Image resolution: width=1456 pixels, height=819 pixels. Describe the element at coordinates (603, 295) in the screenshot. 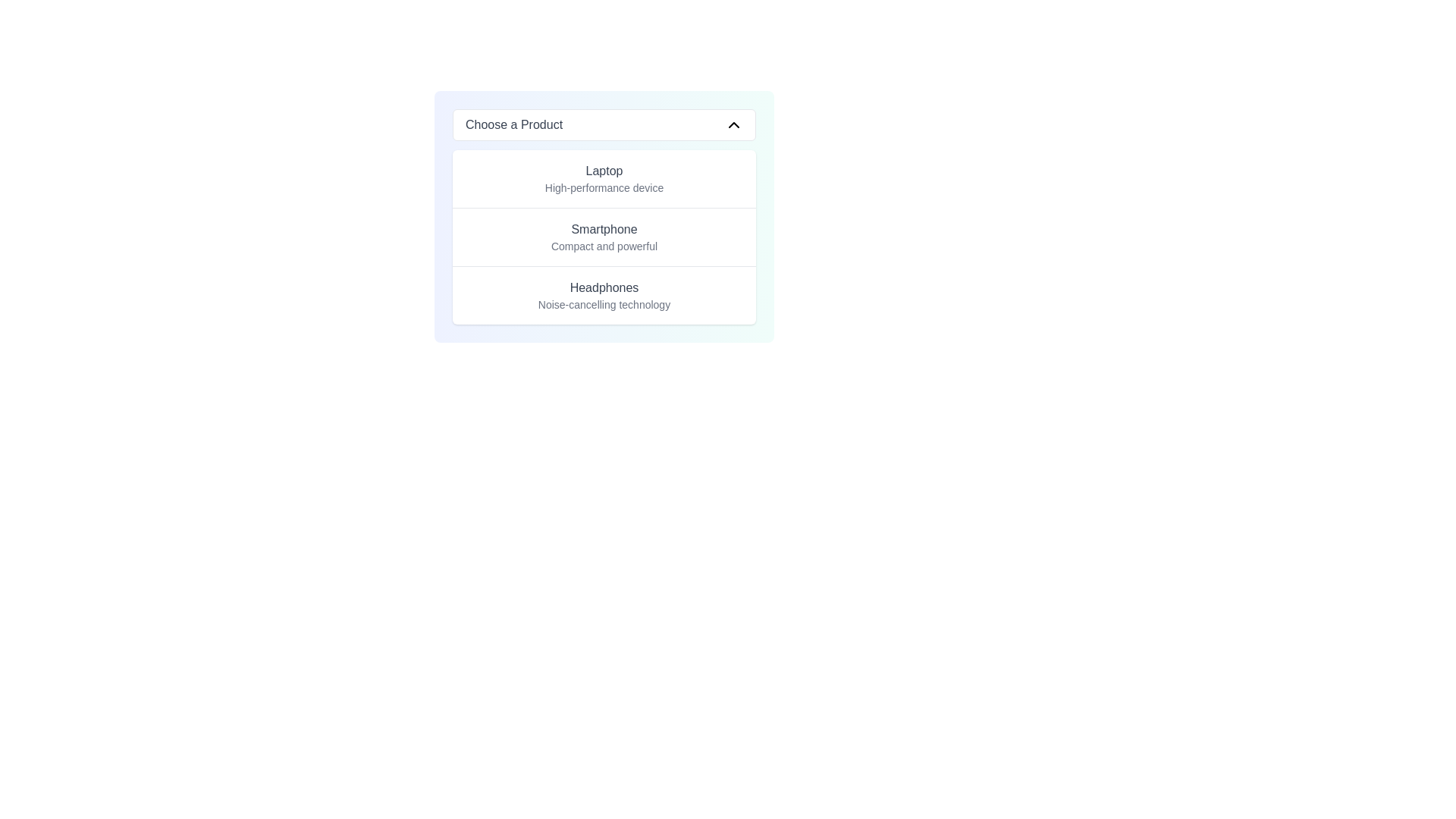

I see `the text component displaying the title 'Headphones' with the description 'Noise-cancelling technology', located within the third item of a dropdown menu` at that location.